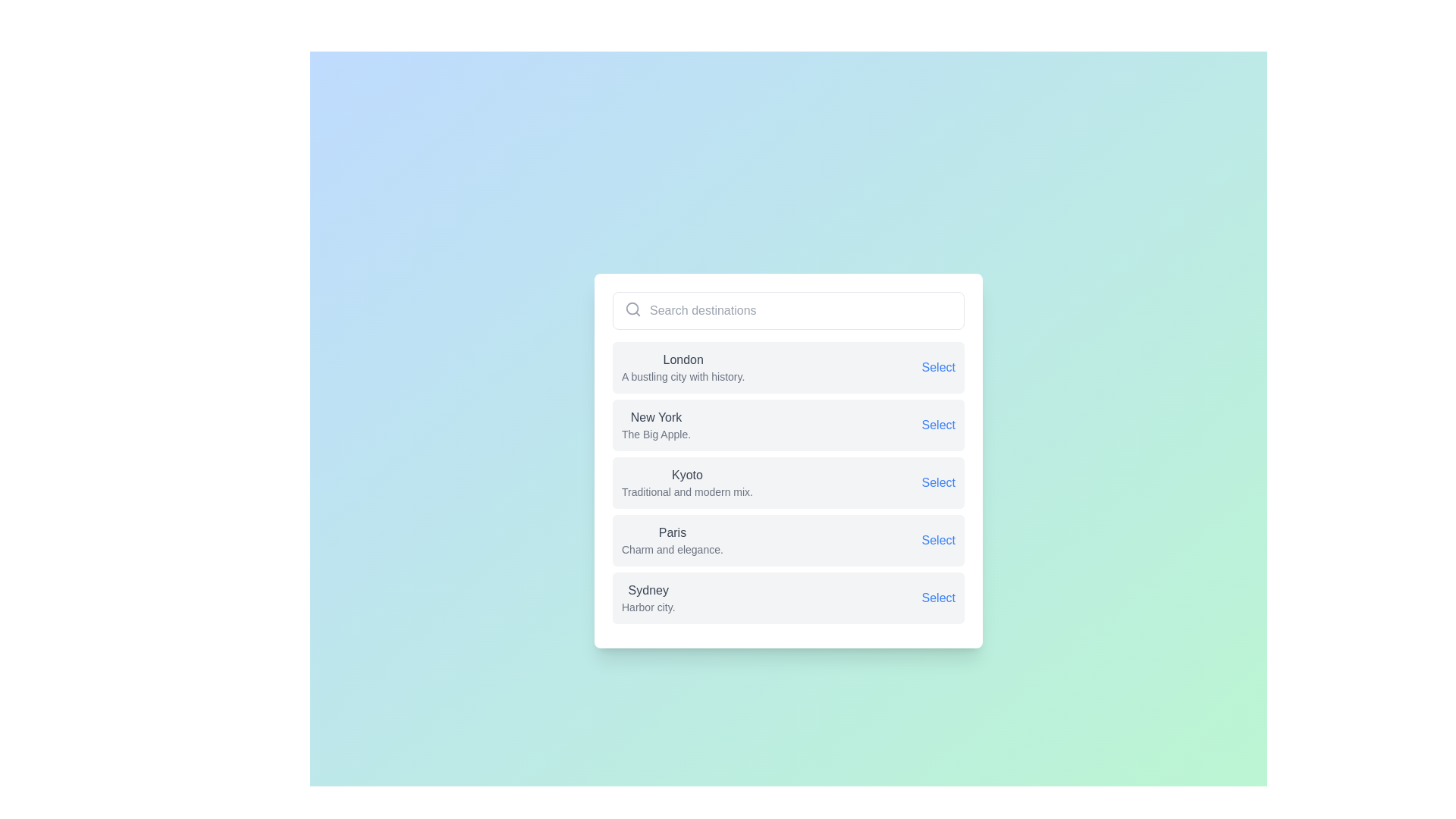  I want to click on the selection button located at the far-right side of the item labeled 'Paris', so click(937, 540).